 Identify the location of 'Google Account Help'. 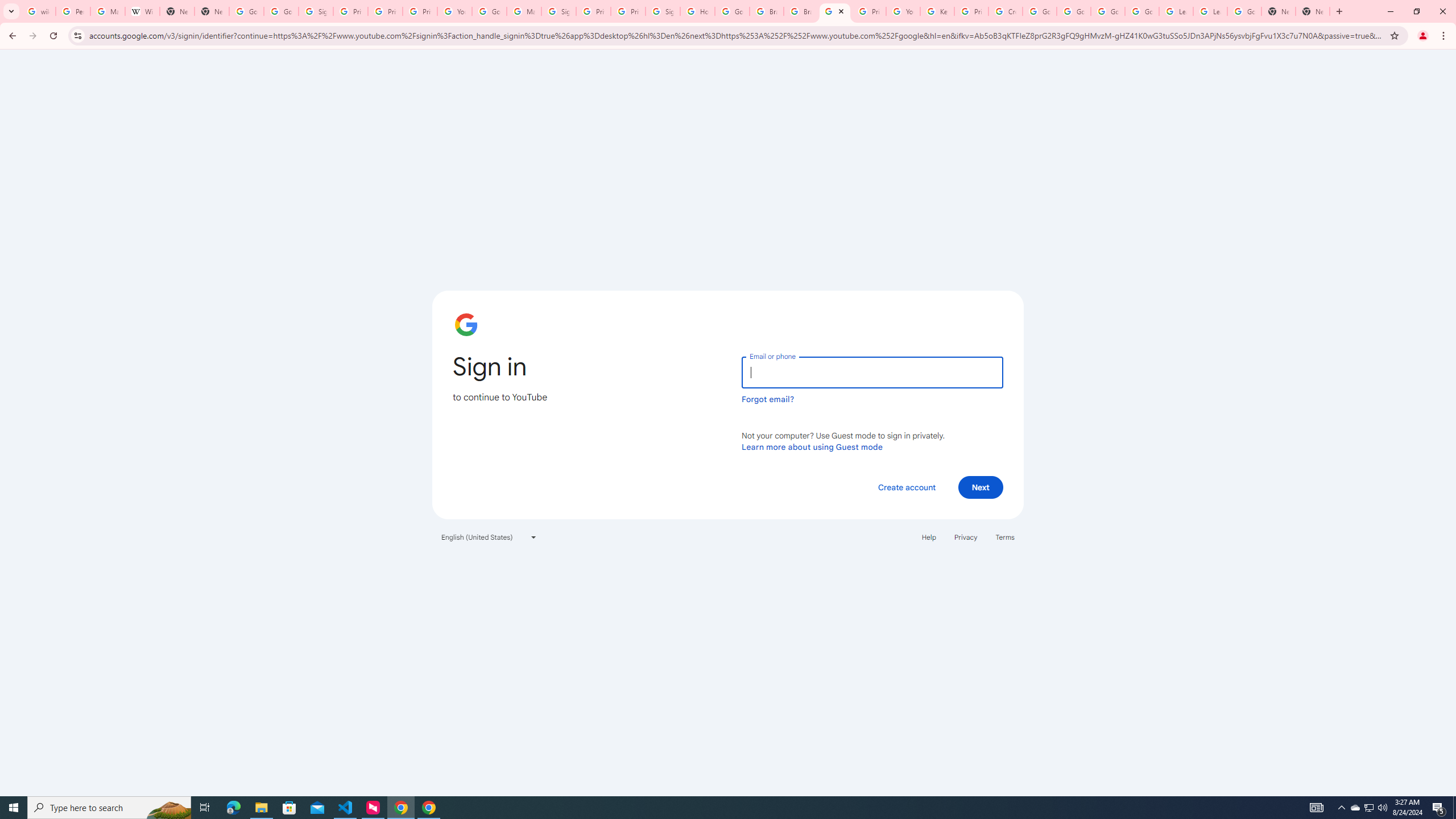
(1039, 11).